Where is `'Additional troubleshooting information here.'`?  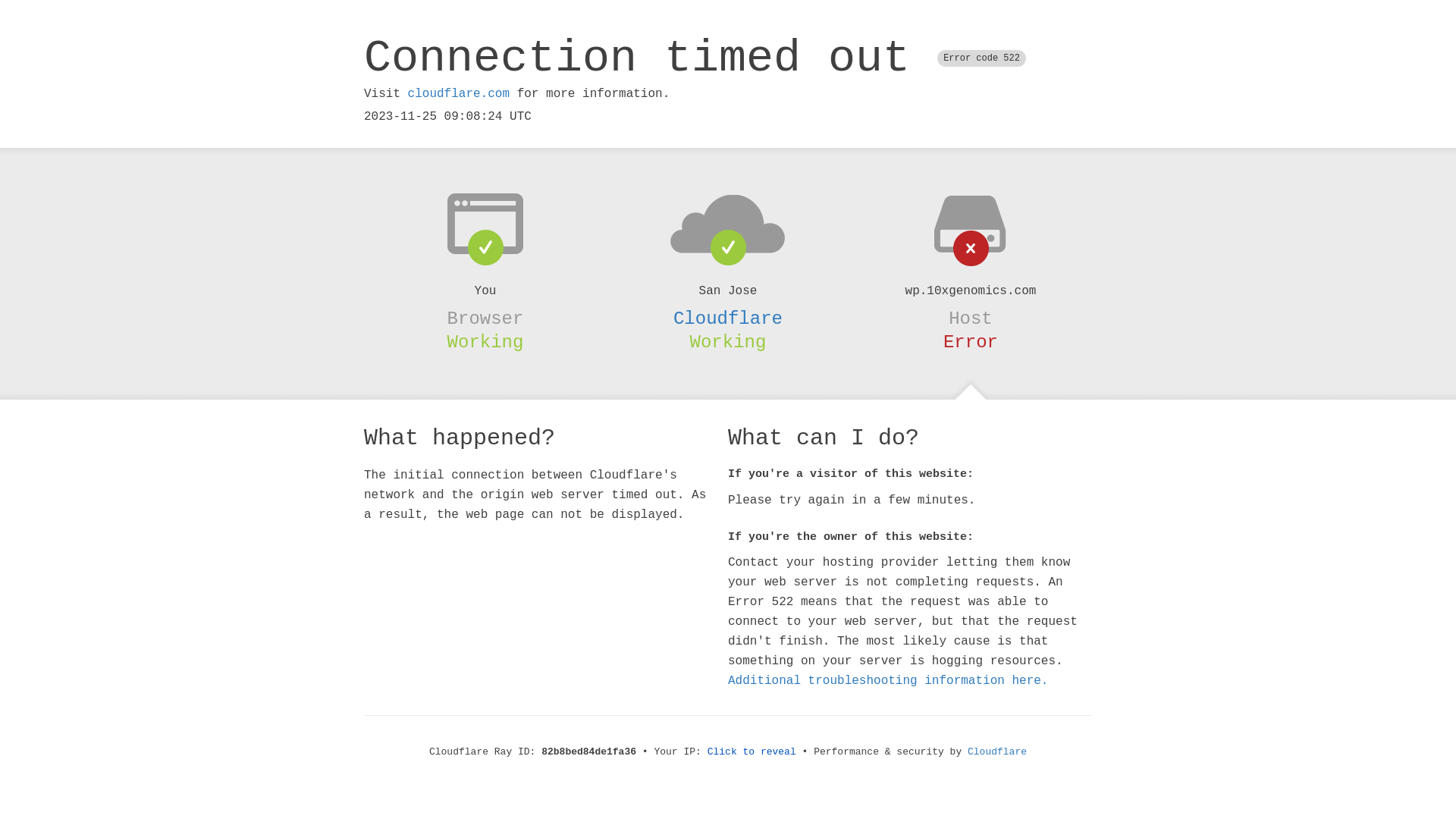 'Additional troubleshooting information here.' is located at coordinates (888, 680).